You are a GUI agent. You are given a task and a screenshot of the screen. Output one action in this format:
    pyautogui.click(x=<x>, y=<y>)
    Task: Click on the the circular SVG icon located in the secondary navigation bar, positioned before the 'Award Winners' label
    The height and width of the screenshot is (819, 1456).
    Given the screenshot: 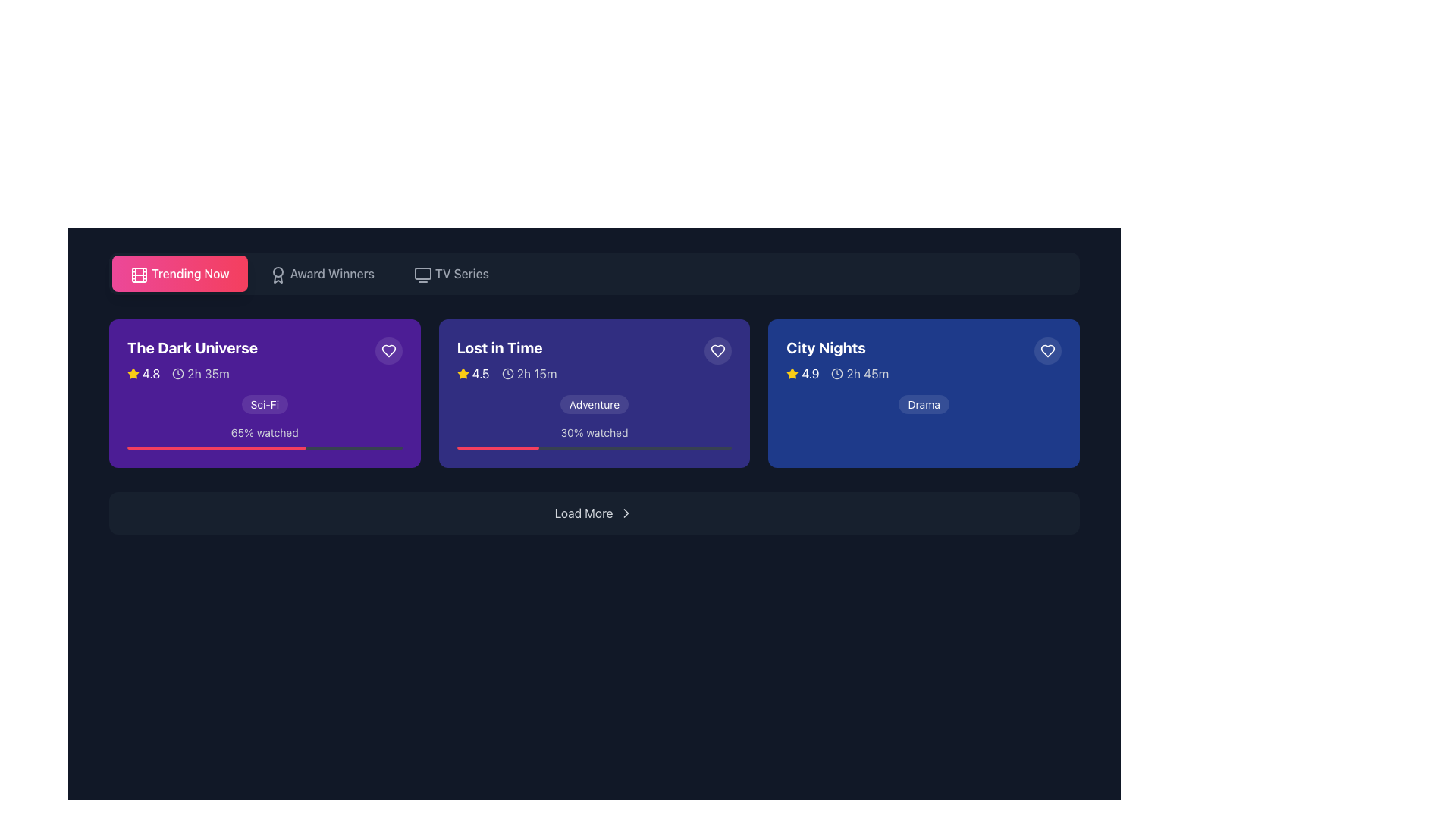 What is the action you would take?
    pyautogui.click(x=278, y=271)
    